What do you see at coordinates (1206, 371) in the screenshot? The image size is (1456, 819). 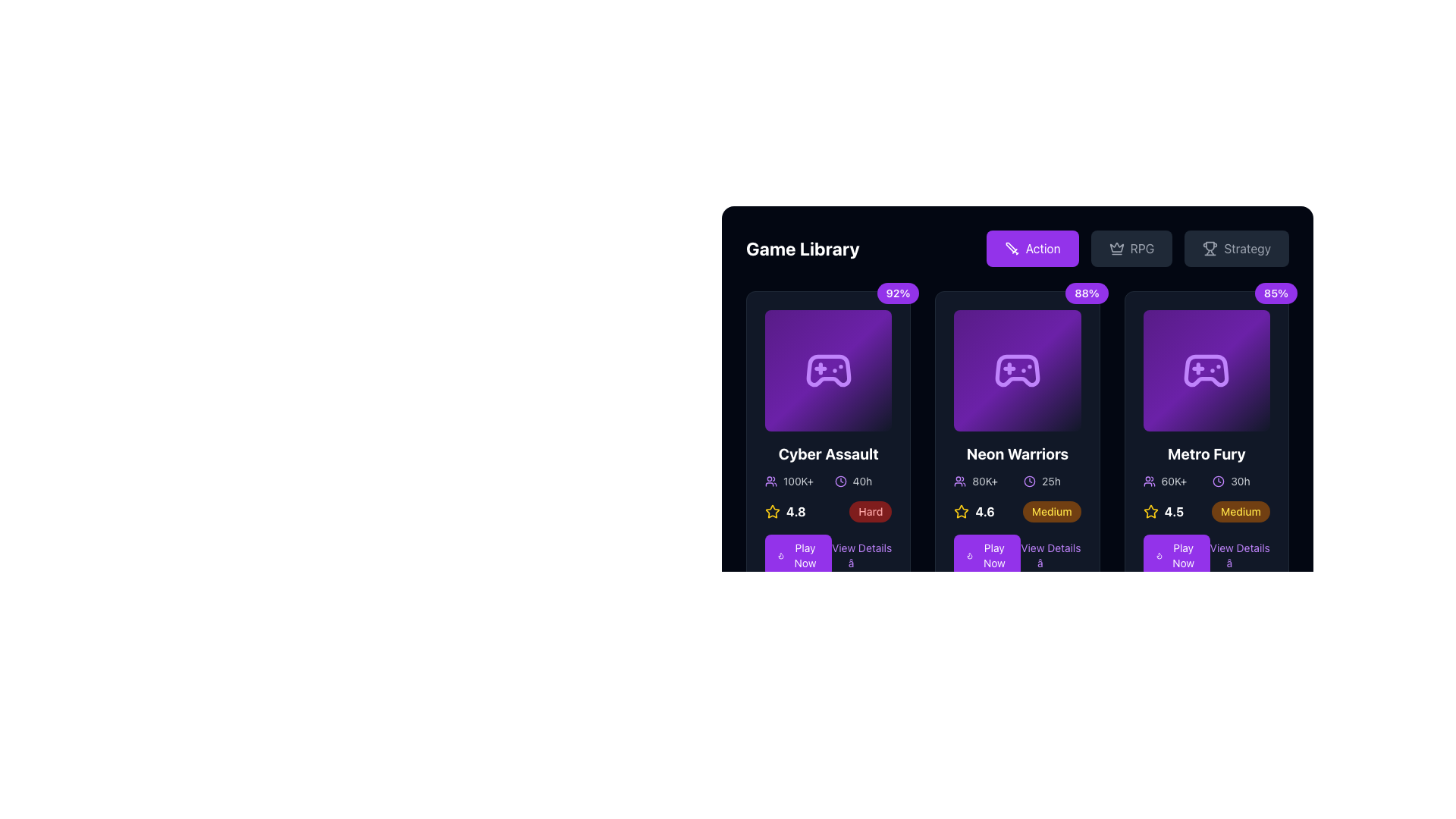 I see `the purple gamepad-shaped icon within the third card of the game cards under the title 'Metro Fury'` at bounding box center [1206, 371].